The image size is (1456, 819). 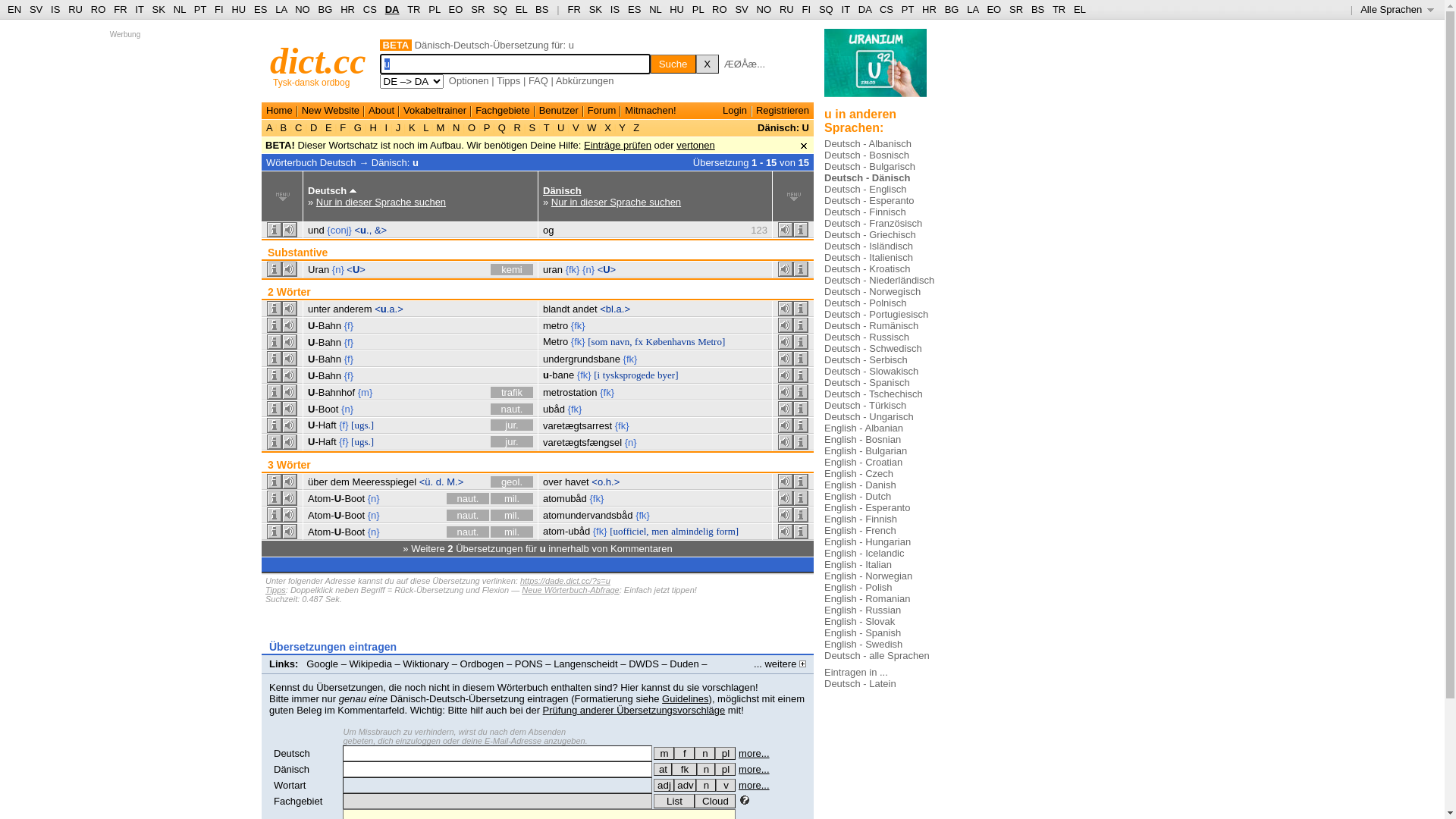 I want to click on 'Duden', so click(x=669, y=663).